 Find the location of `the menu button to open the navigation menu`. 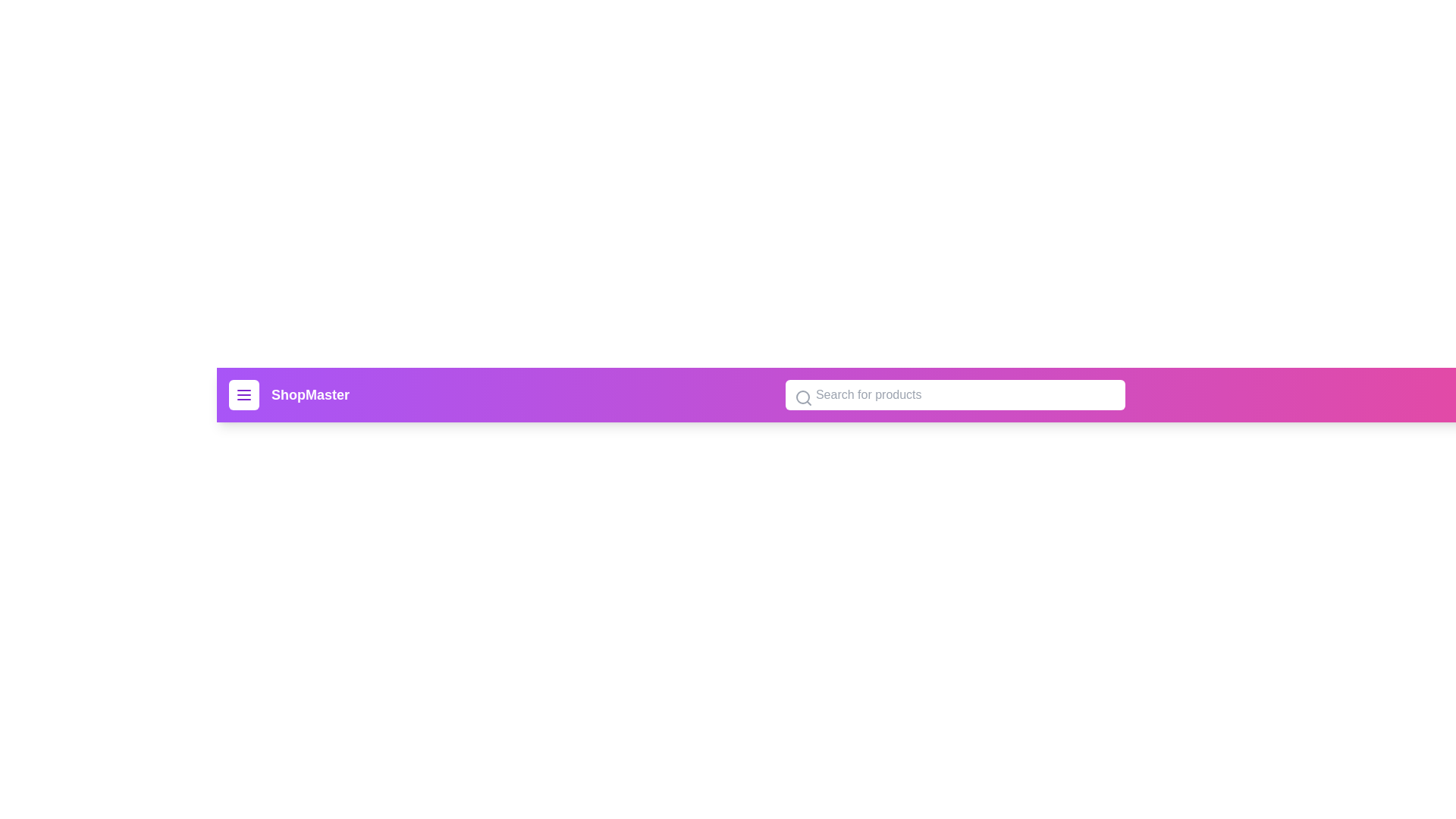

the menu button to open the navigation menu is located at coordinates (243, 394).